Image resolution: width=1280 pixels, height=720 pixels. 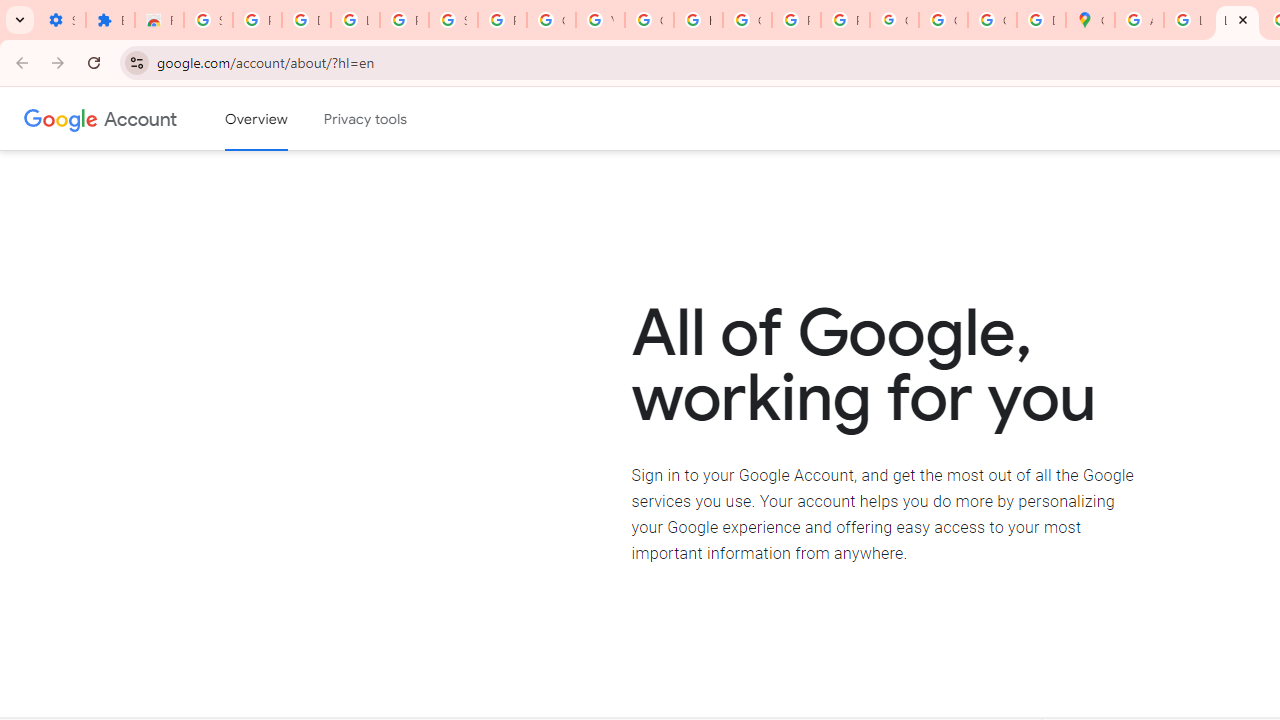 I want to click on 'Google Maps', so click(x=1089, y=20).